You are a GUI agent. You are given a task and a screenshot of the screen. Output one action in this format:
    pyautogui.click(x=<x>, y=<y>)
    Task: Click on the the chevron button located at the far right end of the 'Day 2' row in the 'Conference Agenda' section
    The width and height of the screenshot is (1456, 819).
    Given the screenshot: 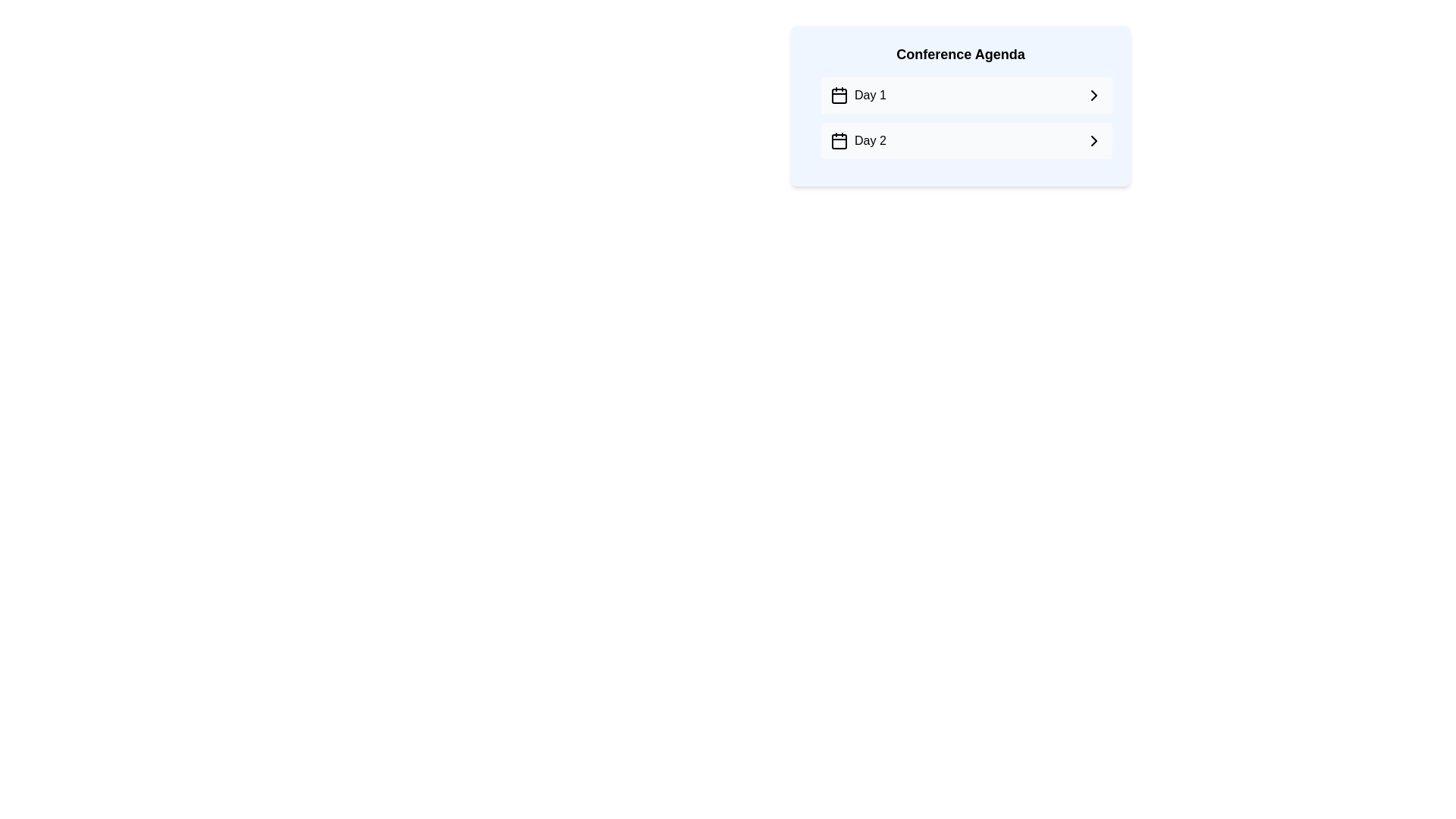 What is the action you would take?
    pyautogui.click(x=1094, y=140)
    